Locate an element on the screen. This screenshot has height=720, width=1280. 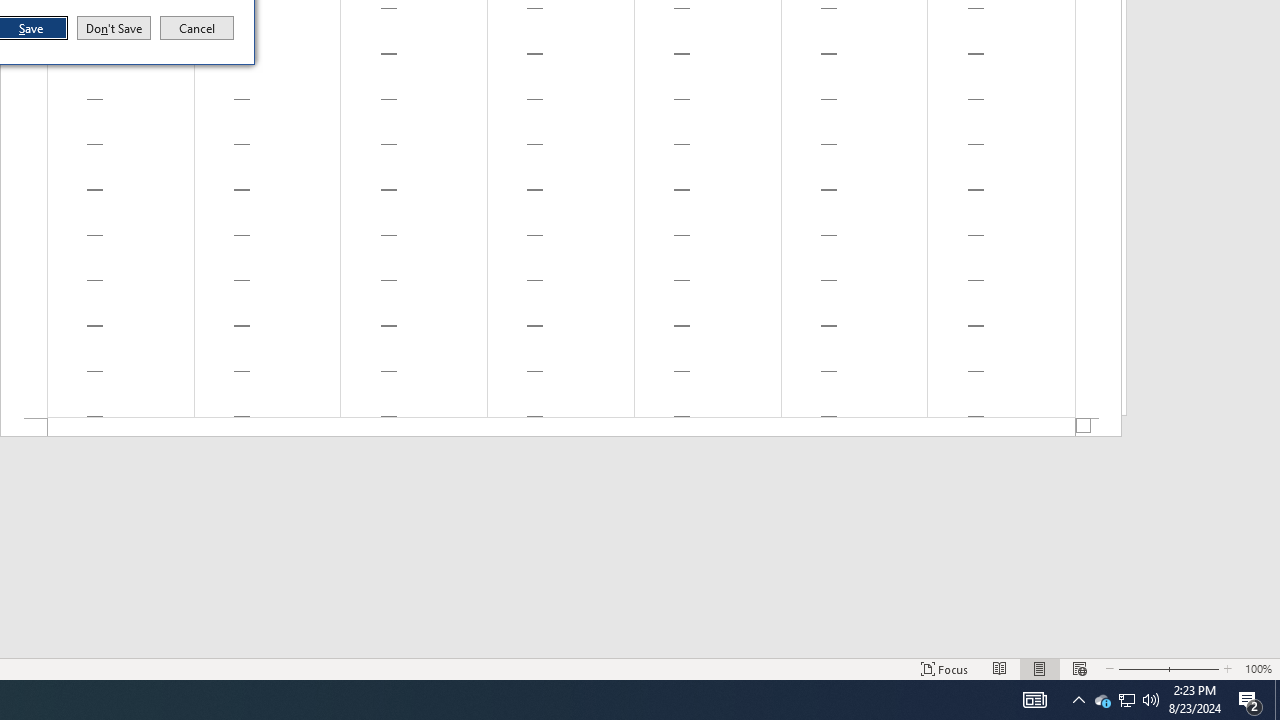
'Focus ' is located at coordinates (943, 669).